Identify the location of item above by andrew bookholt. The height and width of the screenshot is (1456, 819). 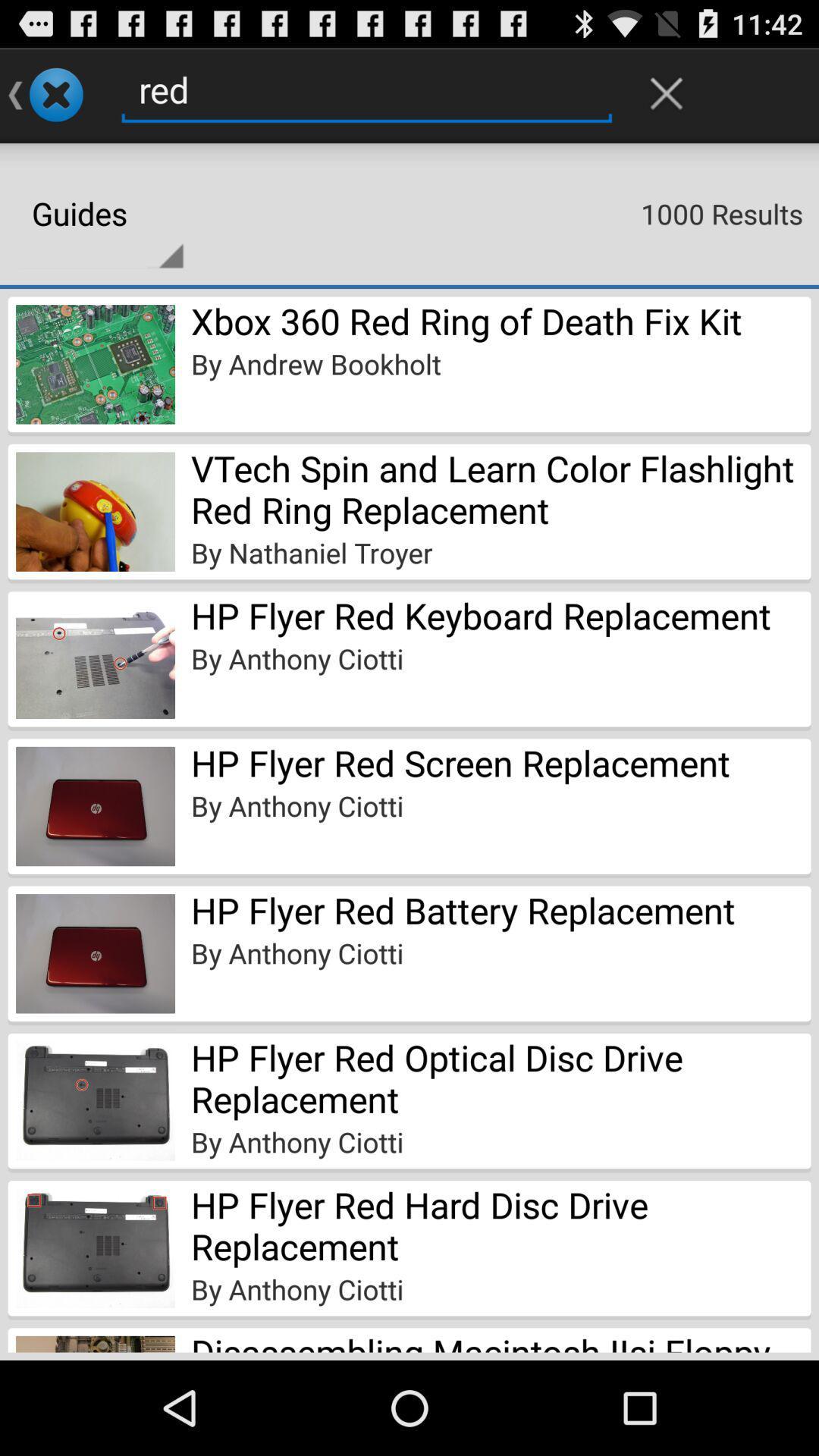
(466, 320).